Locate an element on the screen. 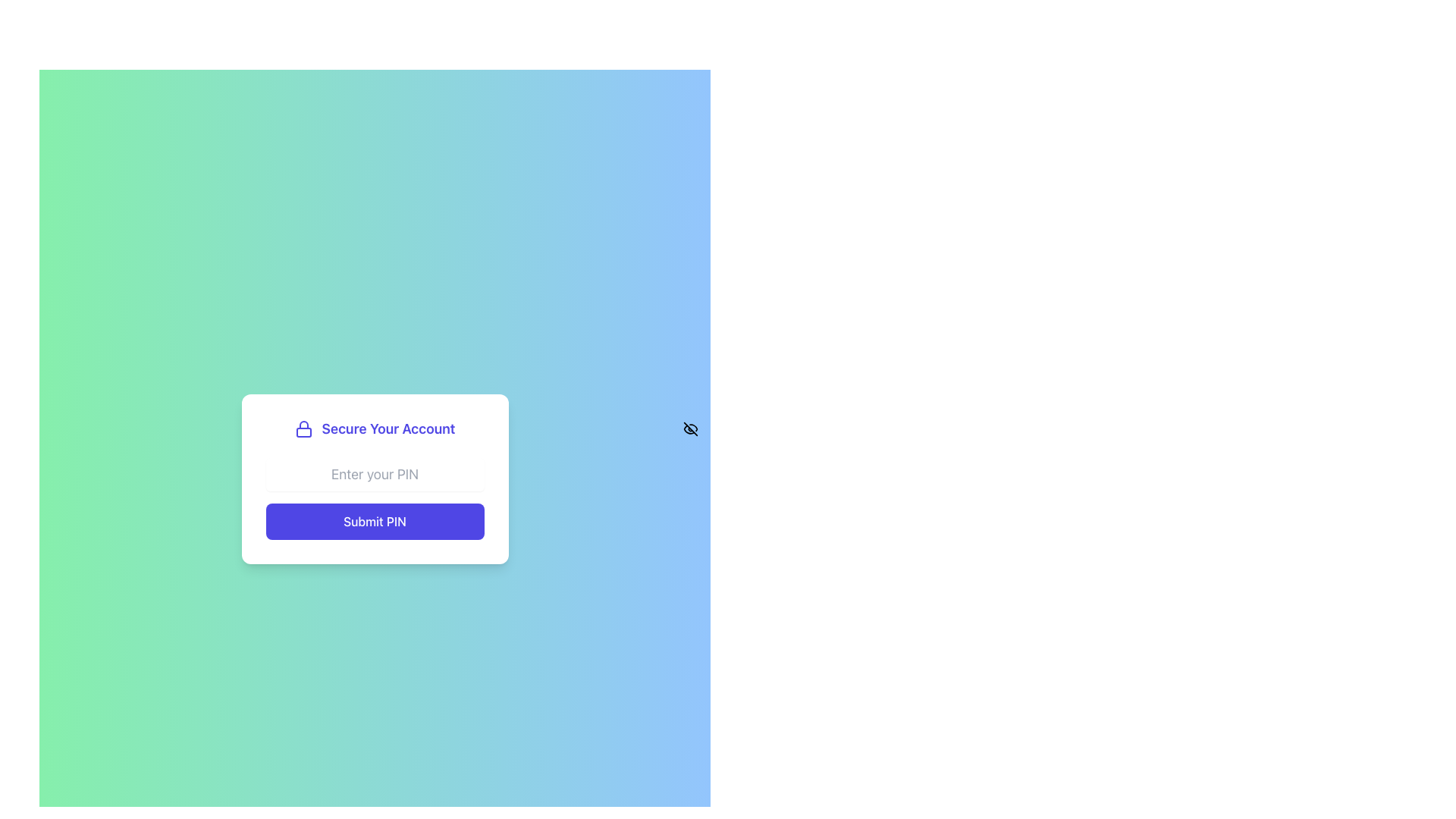 This screenshot has height=819, width=1456. the lock or keyhole icon located in the top-left corner of the form card, adjacent to the bold blue text 'Secure Your Account' is located at coordinates (303, 425).